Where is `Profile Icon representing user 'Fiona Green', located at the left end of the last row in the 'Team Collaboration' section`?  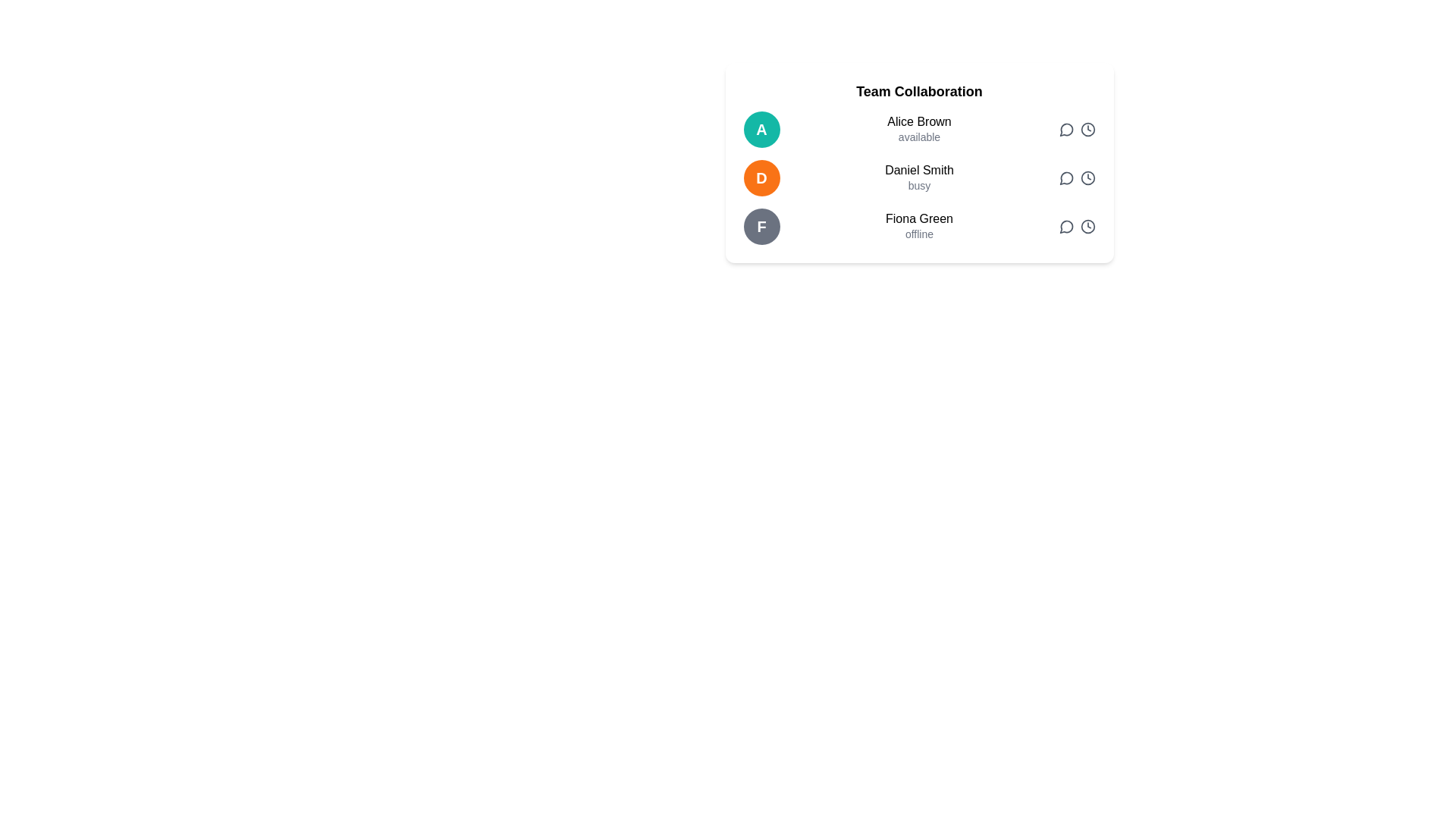
Profile Icon representing user 'Fiona Green', located at the left end of the last row in the 'Team Collaboration' section is located at coordinates (761, 227).